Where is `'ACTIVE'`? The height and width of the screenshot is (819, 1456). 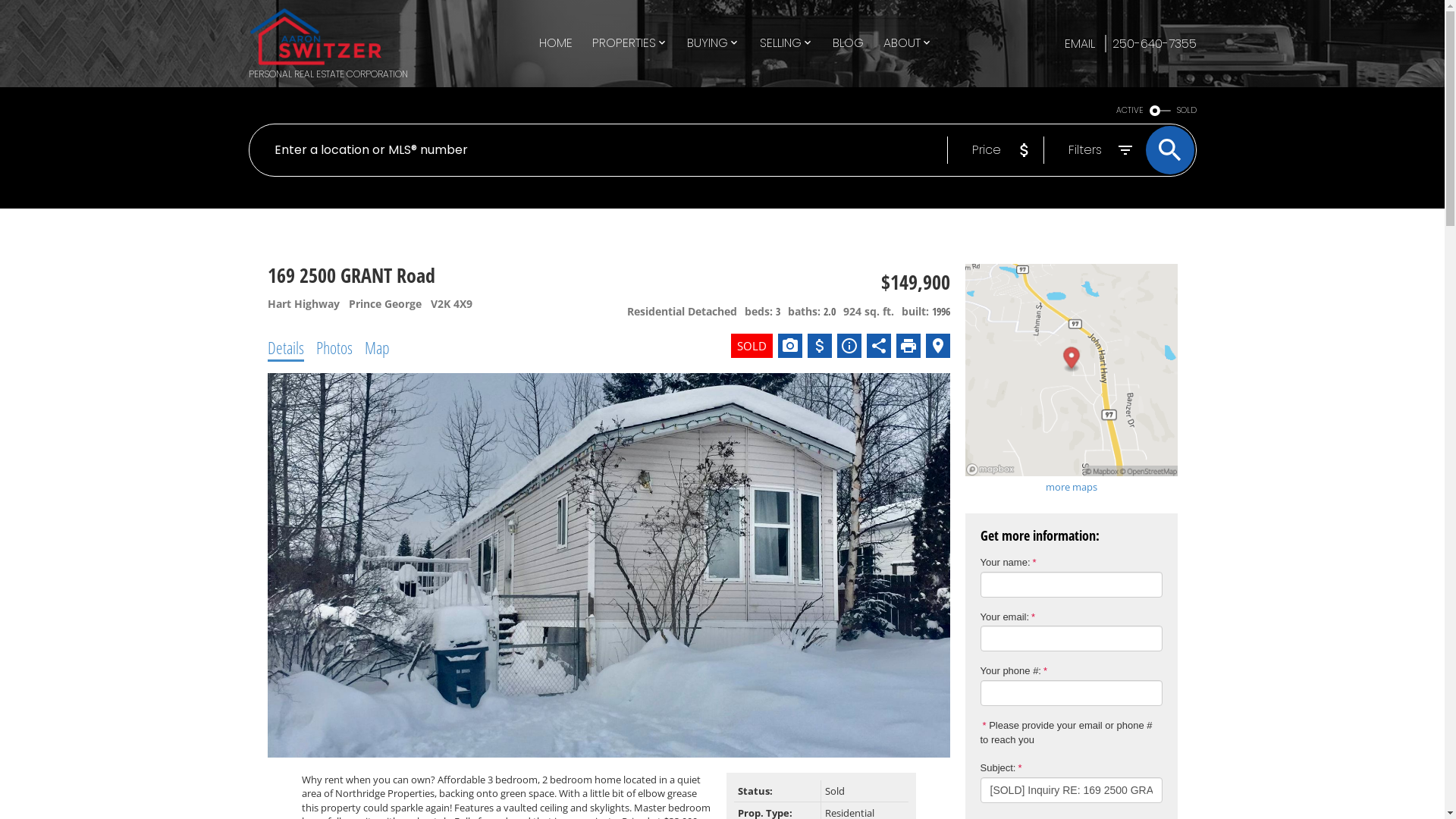
'ACTIVE' is located at coordinates (1129, 109).